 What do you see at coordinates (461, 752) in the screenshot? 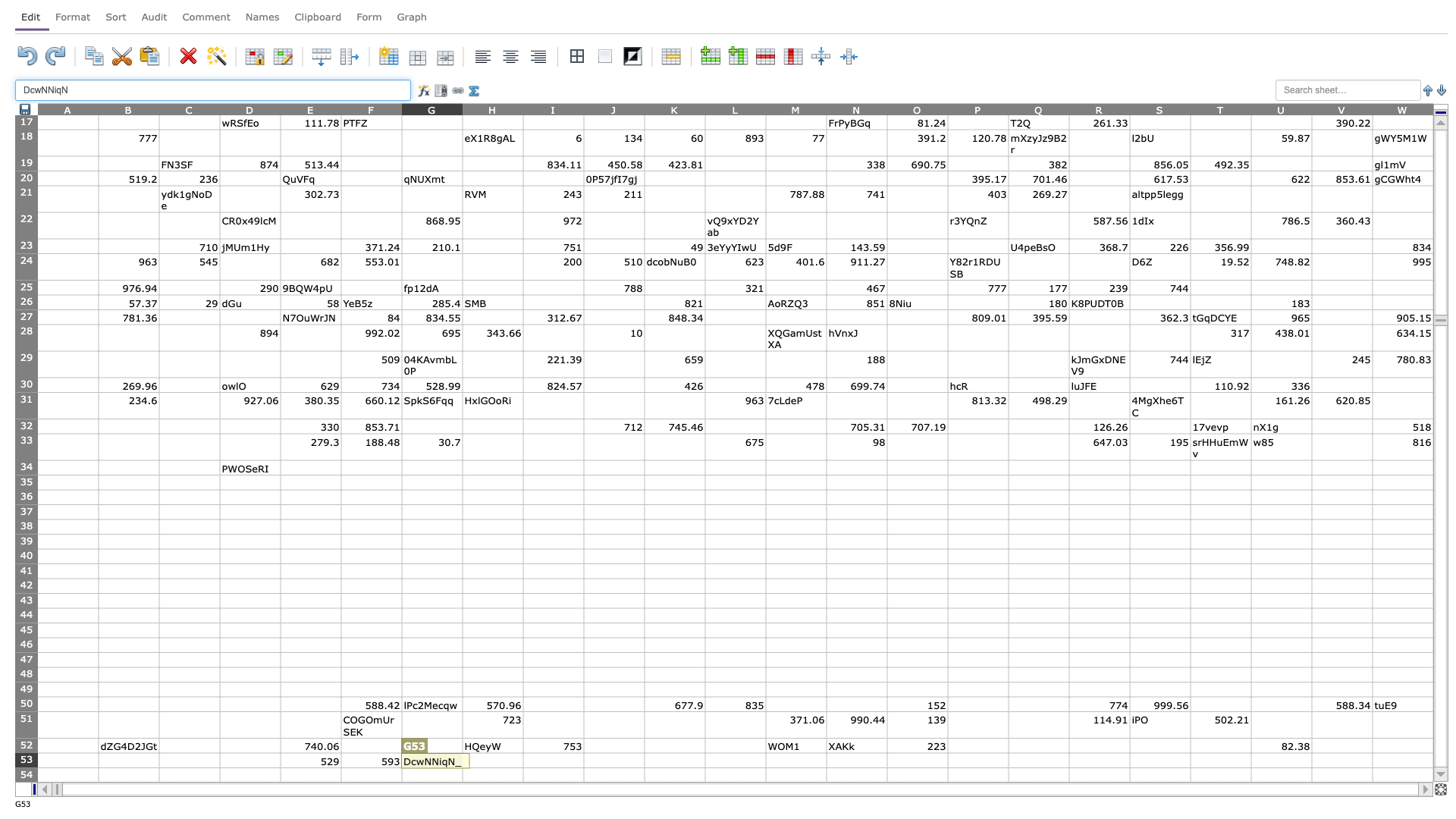
I see `Upper left of H53` at bounding box center [461, 752].